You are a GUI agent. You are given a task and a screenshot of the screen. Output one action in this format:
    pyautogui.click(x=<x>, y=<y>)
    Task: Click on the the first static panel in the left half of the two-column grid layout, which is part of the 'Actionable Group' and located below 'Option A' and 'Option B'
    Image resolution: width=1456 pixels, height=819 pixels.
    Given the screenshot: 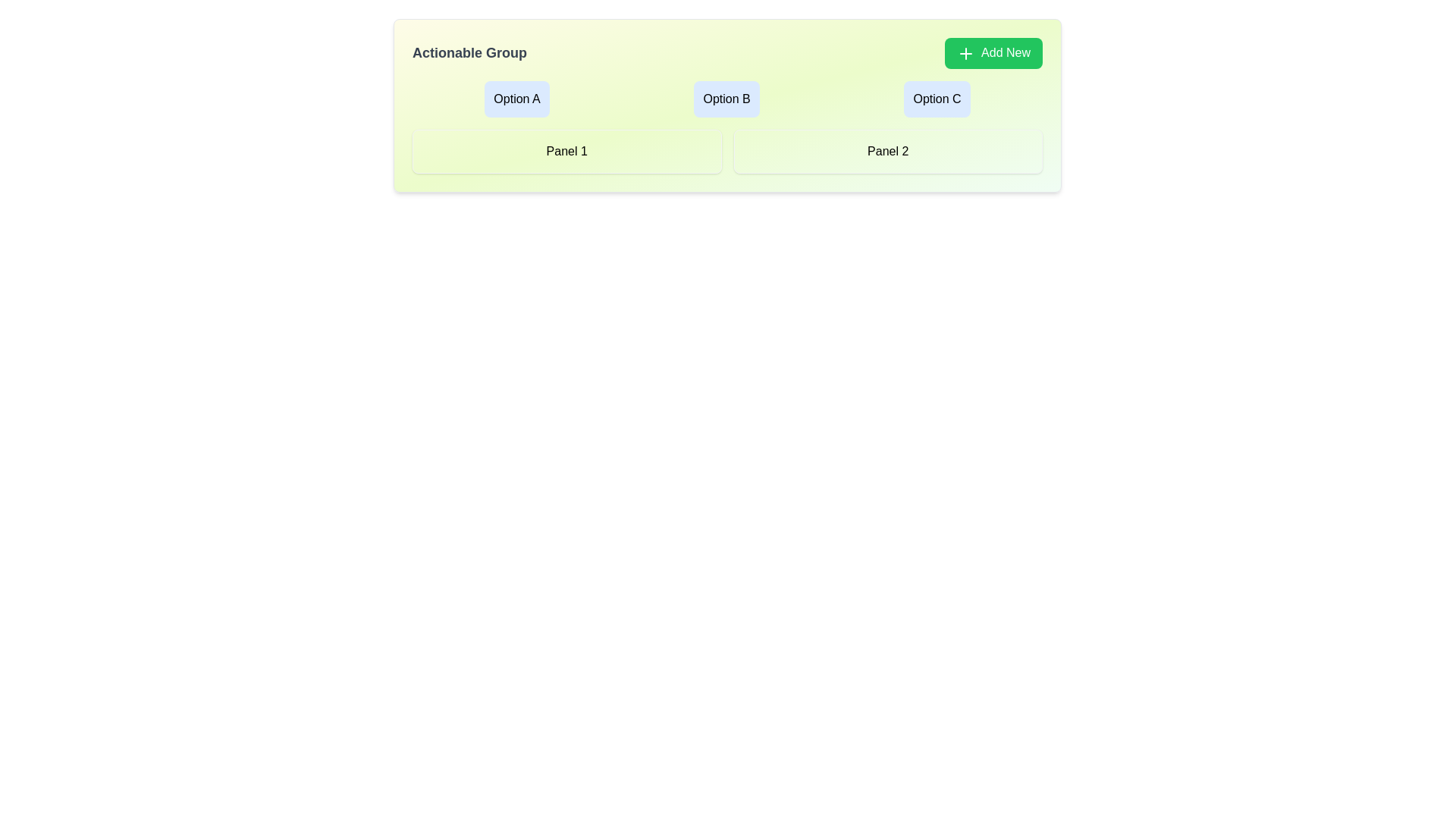 What is the action you would take?
    pyautogui.click(x=566, y=151)
    